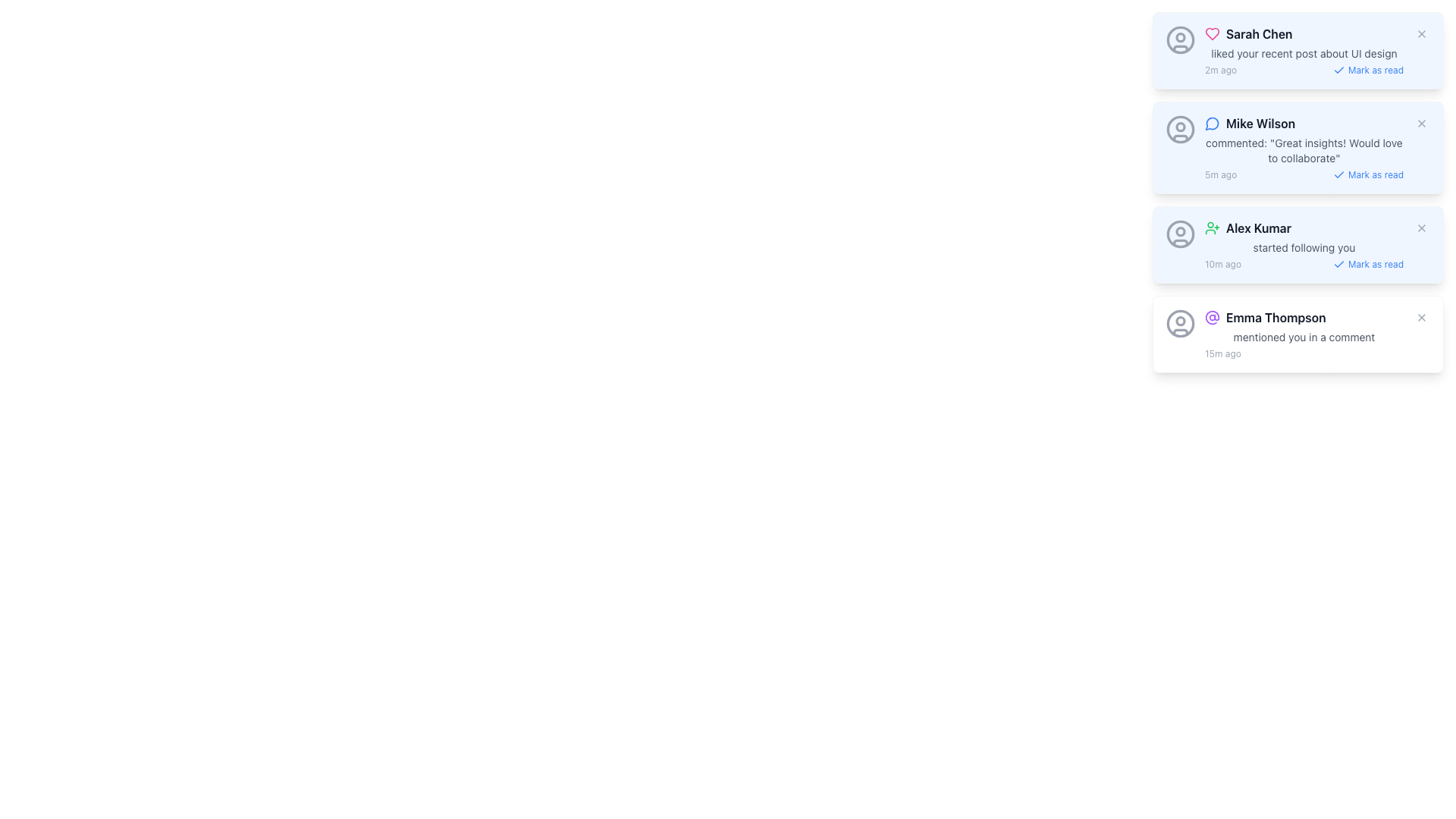 The image size is (1456, 819). What do you see at coordinates (1211, 122) in the screenshot?
I see `the small circular blue speech bubble icon located to the left of the text 'Mike Wilson'` at bounding box center [1211, 122].